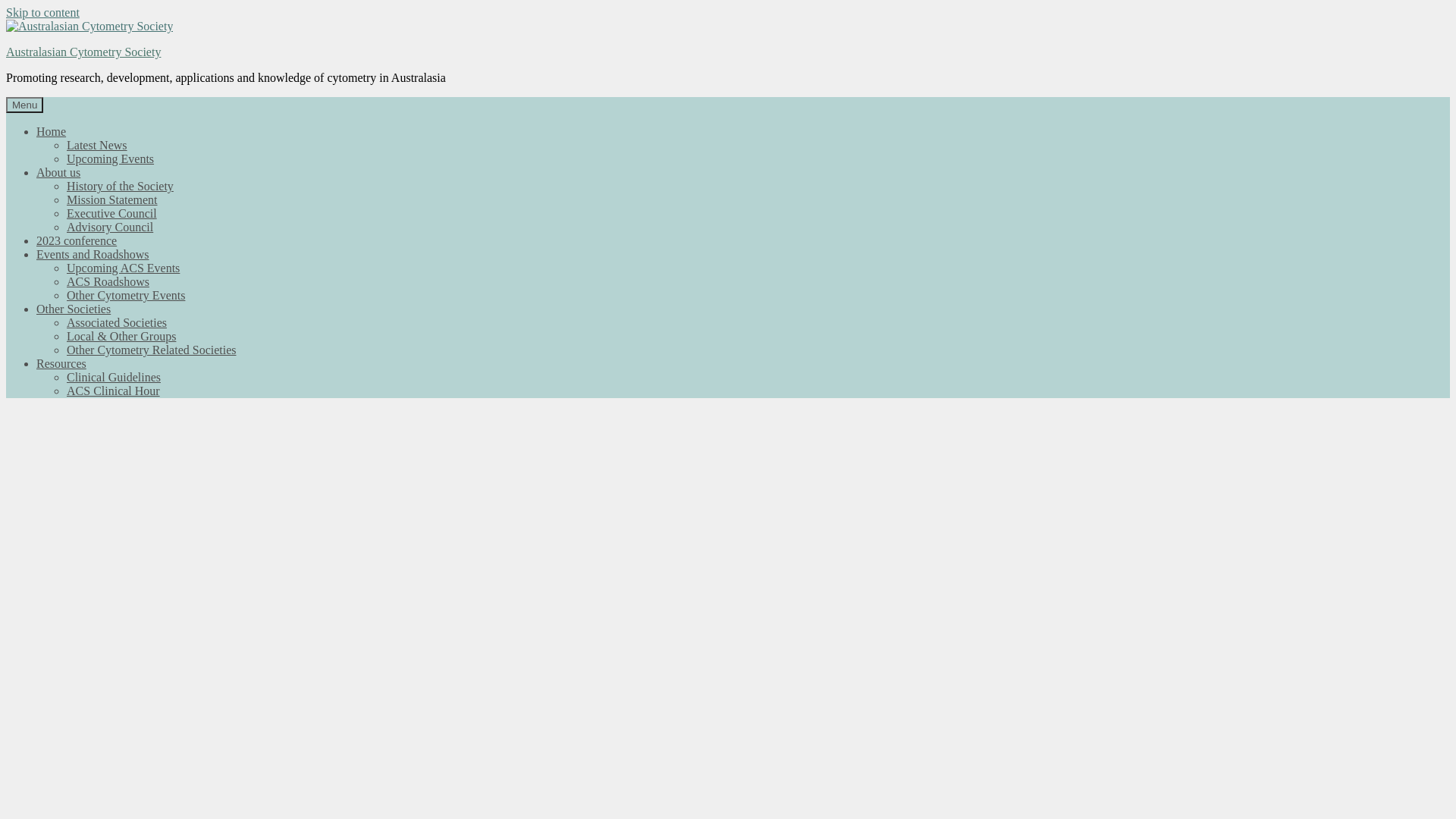 This screenshot has height=819, width=1456. What do you see at coordinates (111, 213) in the screenshot?
I see `'Executive Council'` at bounding box center [111, 213].